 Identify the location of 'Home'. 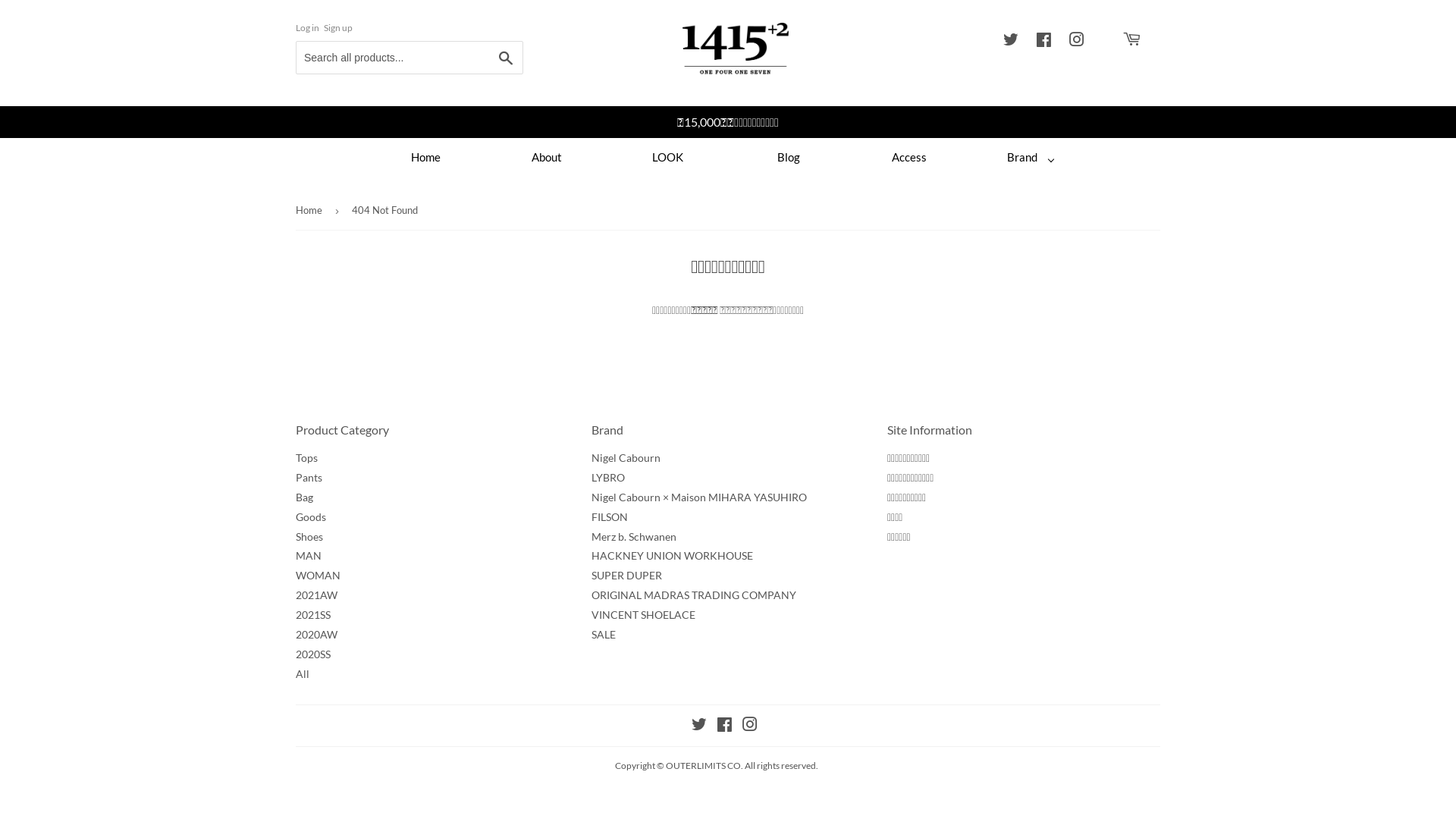
(425, 157).